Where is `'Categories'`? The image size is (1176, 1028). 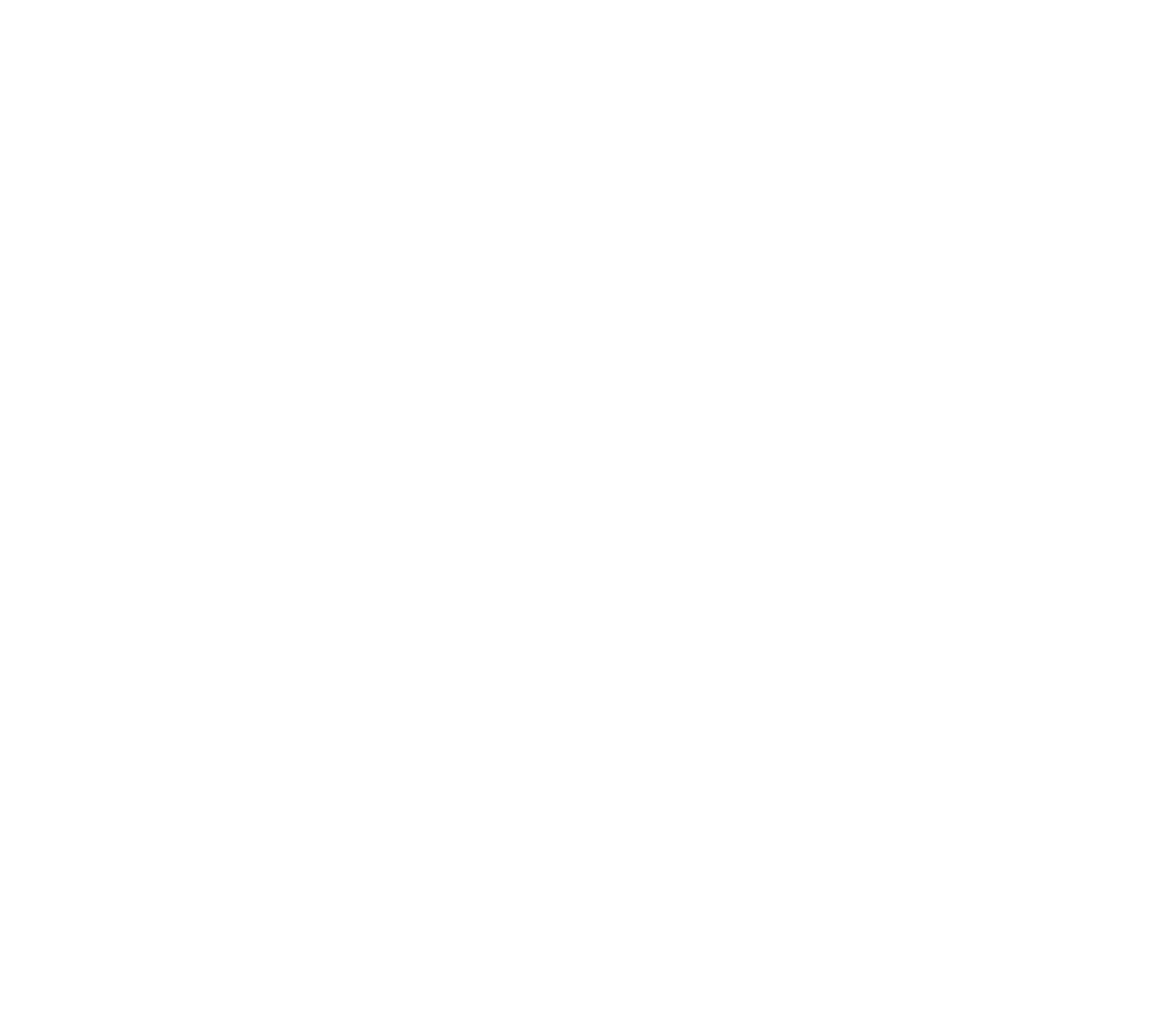 'Categories' is located at coordinates (235, 828).